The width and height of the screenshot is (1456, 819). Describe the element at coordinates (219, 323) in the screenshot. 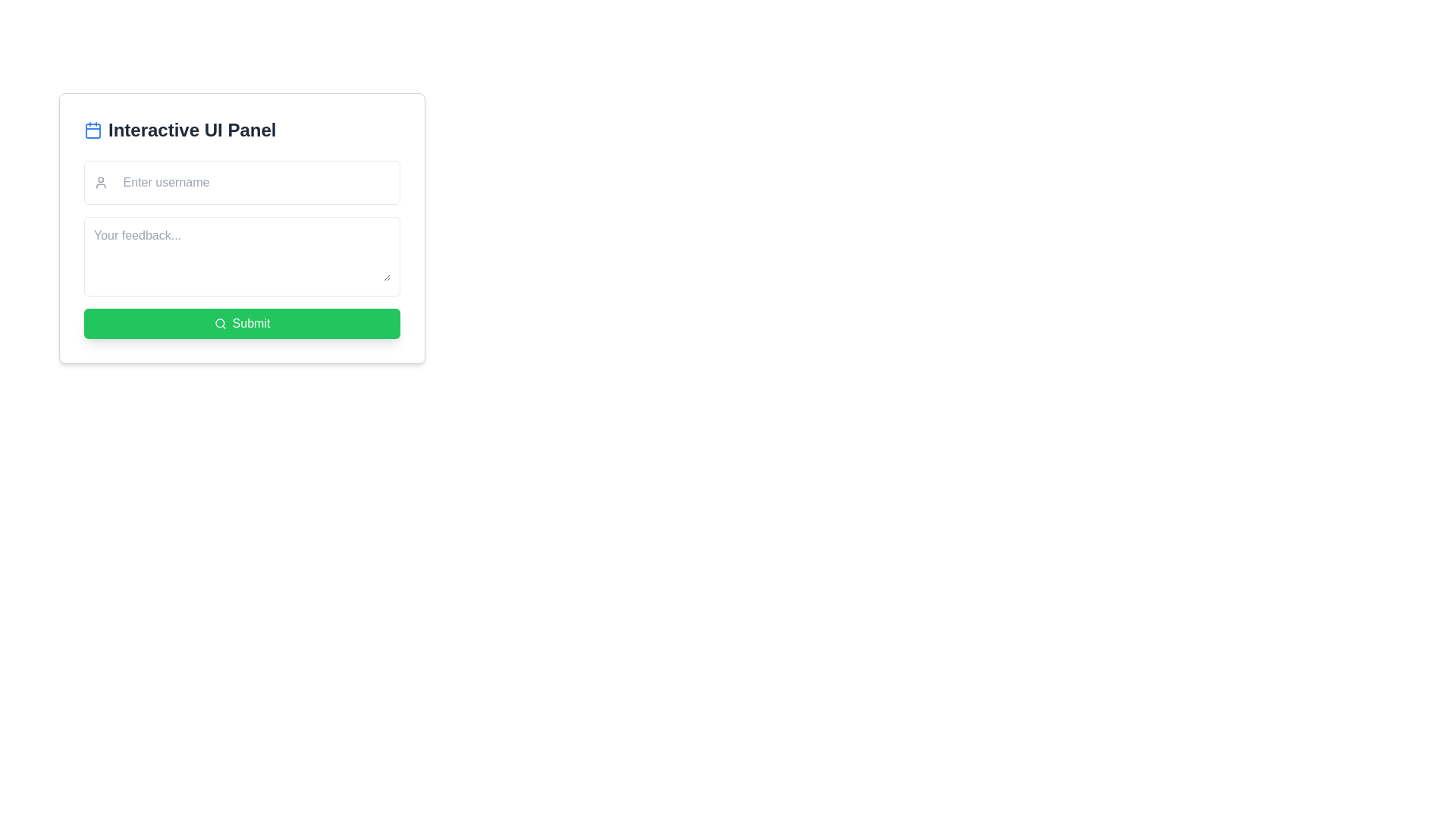

I see `the search-related icon located on the left side of the 'Submit' button, which visually complements the button and indicates a confirmation action` at that location.